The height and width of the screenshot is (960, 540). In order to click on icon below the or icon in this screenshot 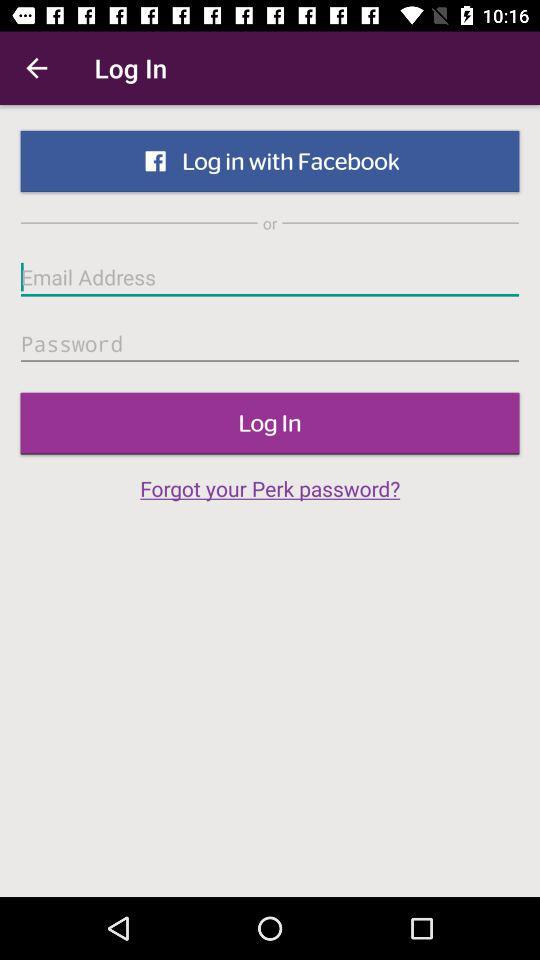, I will do `click(270, 276)`.